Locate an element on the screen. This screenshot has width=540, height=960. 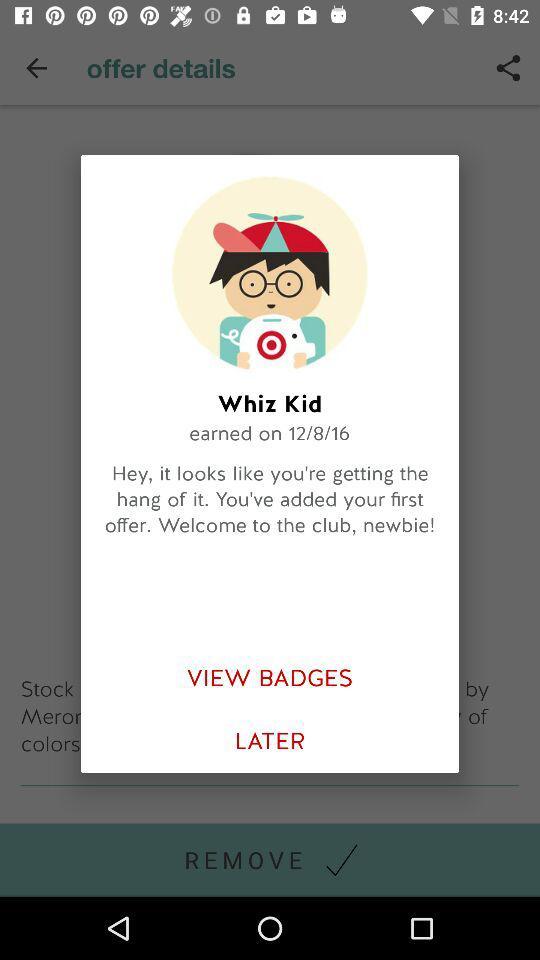
the icon below hey it looks is located at coordinates (270, 678).